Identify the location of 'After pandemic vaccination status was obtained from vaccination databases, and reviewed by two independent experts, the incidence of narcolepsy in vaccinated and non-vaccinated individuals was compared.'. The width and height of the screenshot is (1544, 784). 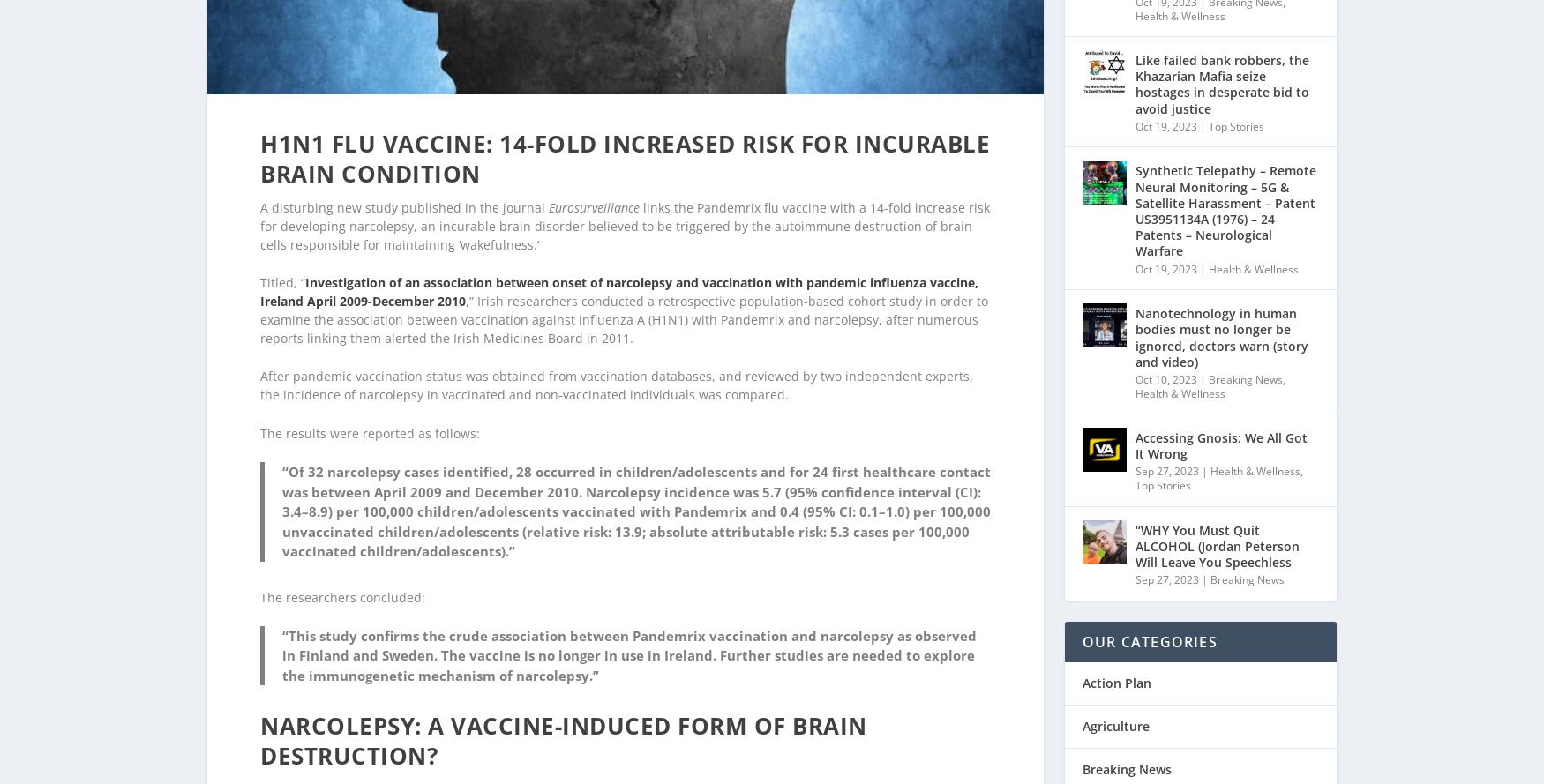
(259, 362).